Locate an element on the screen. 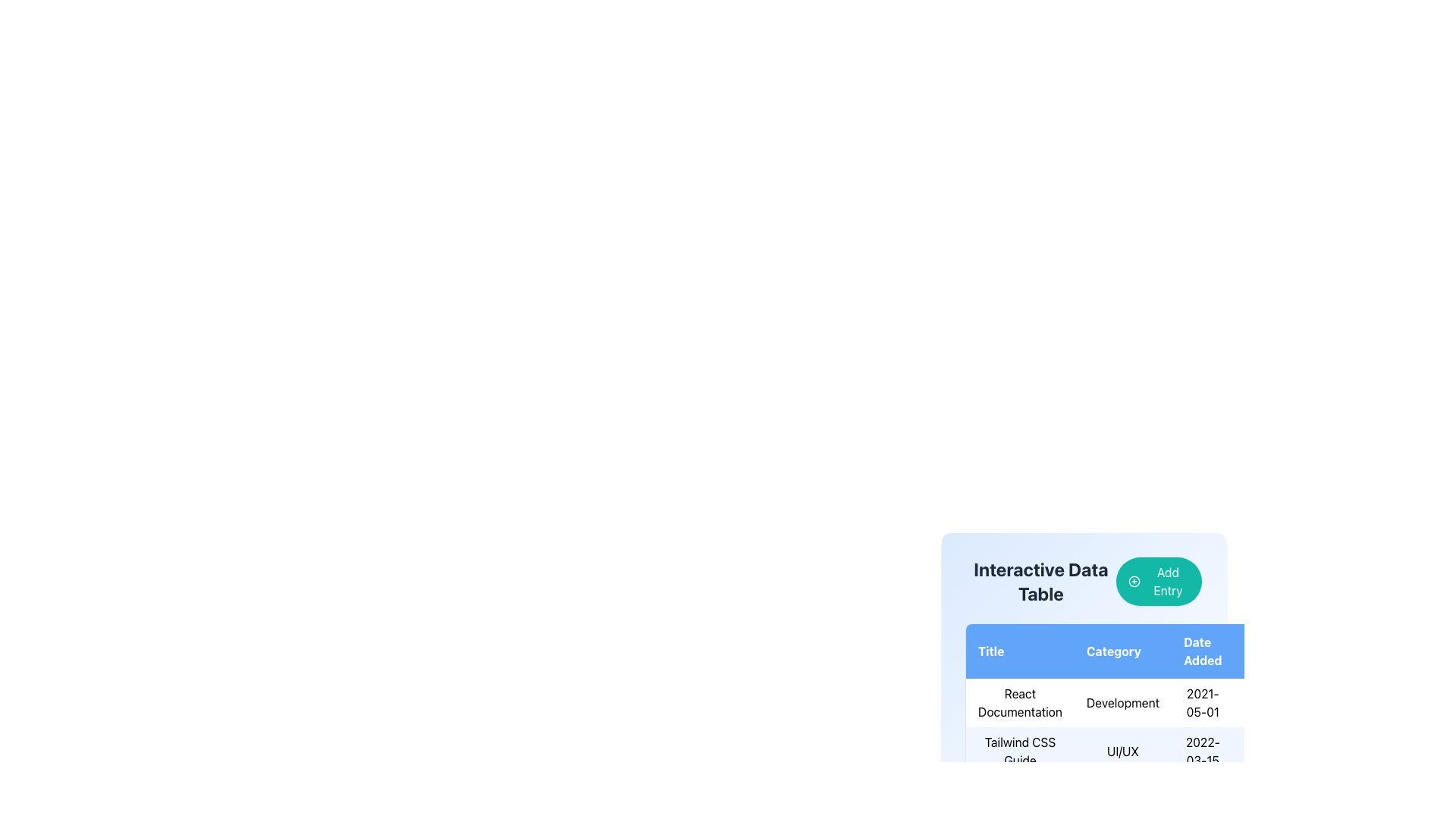 This screenshot has width=1456, height=819. the 'Add Entry' button icon located at the top-right section of the interactive data table interface is located at coordinates (1134, 581).